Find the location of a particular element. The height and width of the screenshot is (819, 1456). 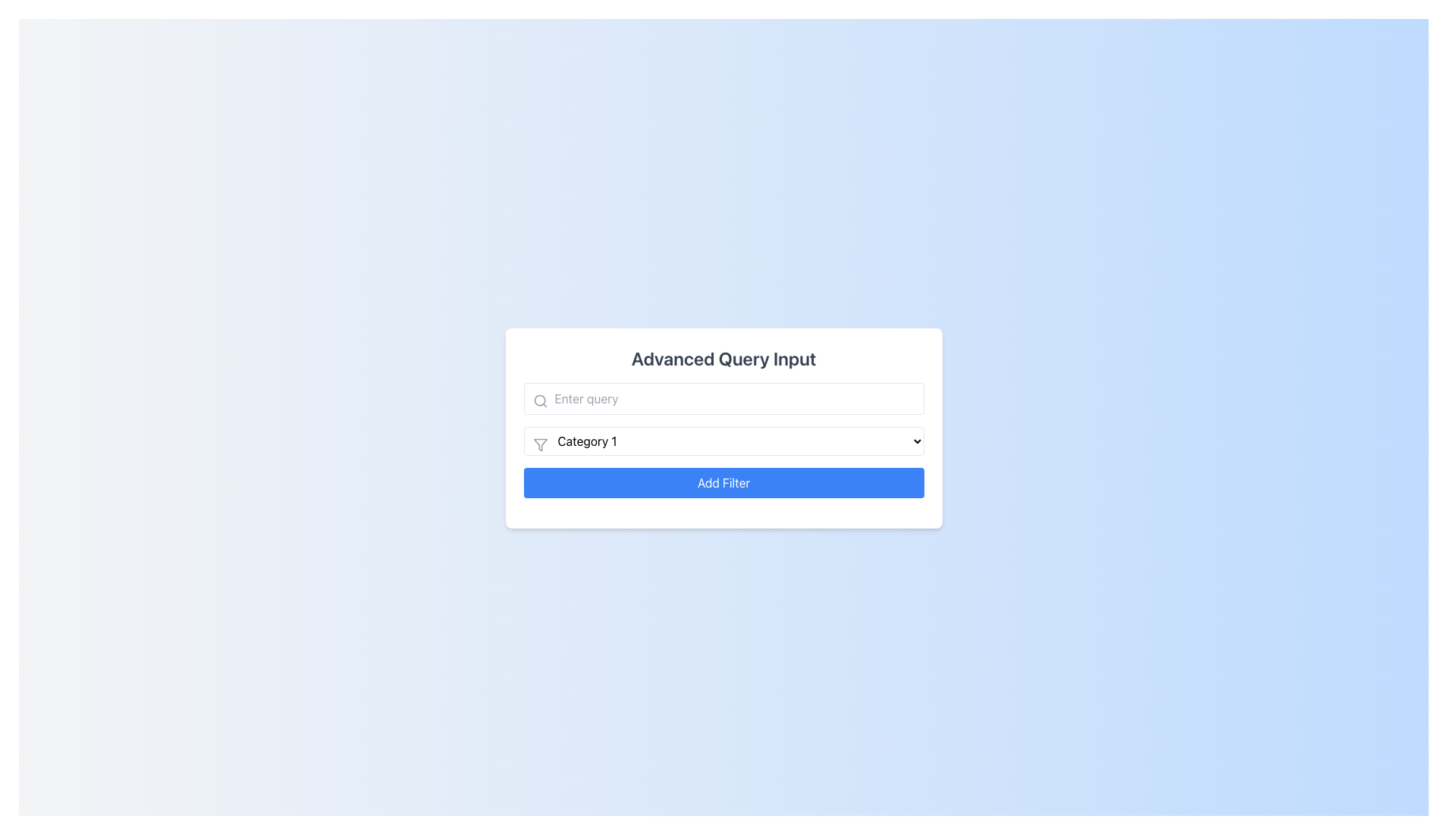

the 'Add Filter' button, which has a blue background and white text, located within the 'Advanced Query Input' section is located at coordinates (723, 482).